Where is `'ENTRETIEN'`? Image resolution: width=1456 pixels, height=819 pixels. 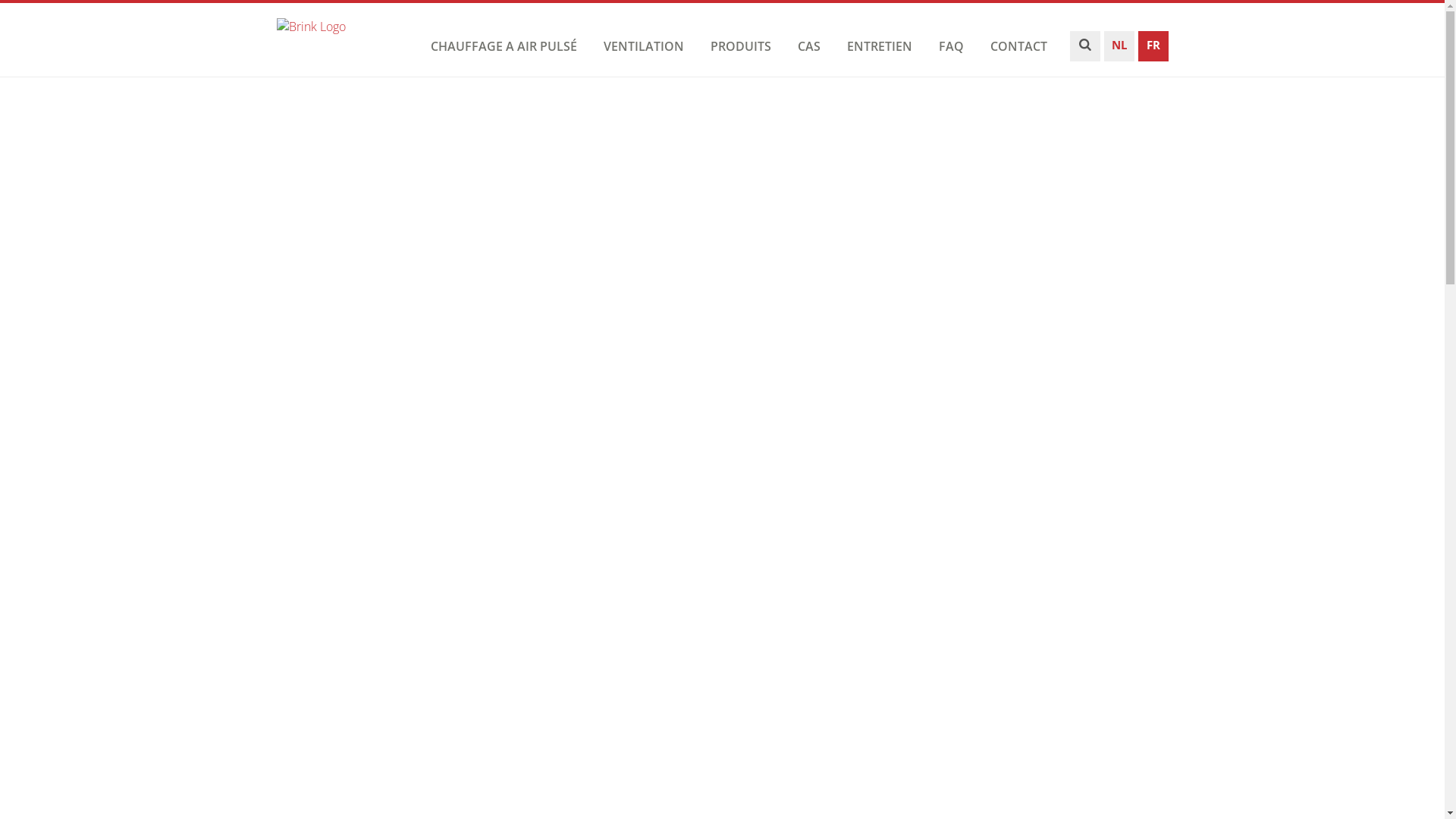
'ENTRETIEN' is located at coordinates (843, 45).